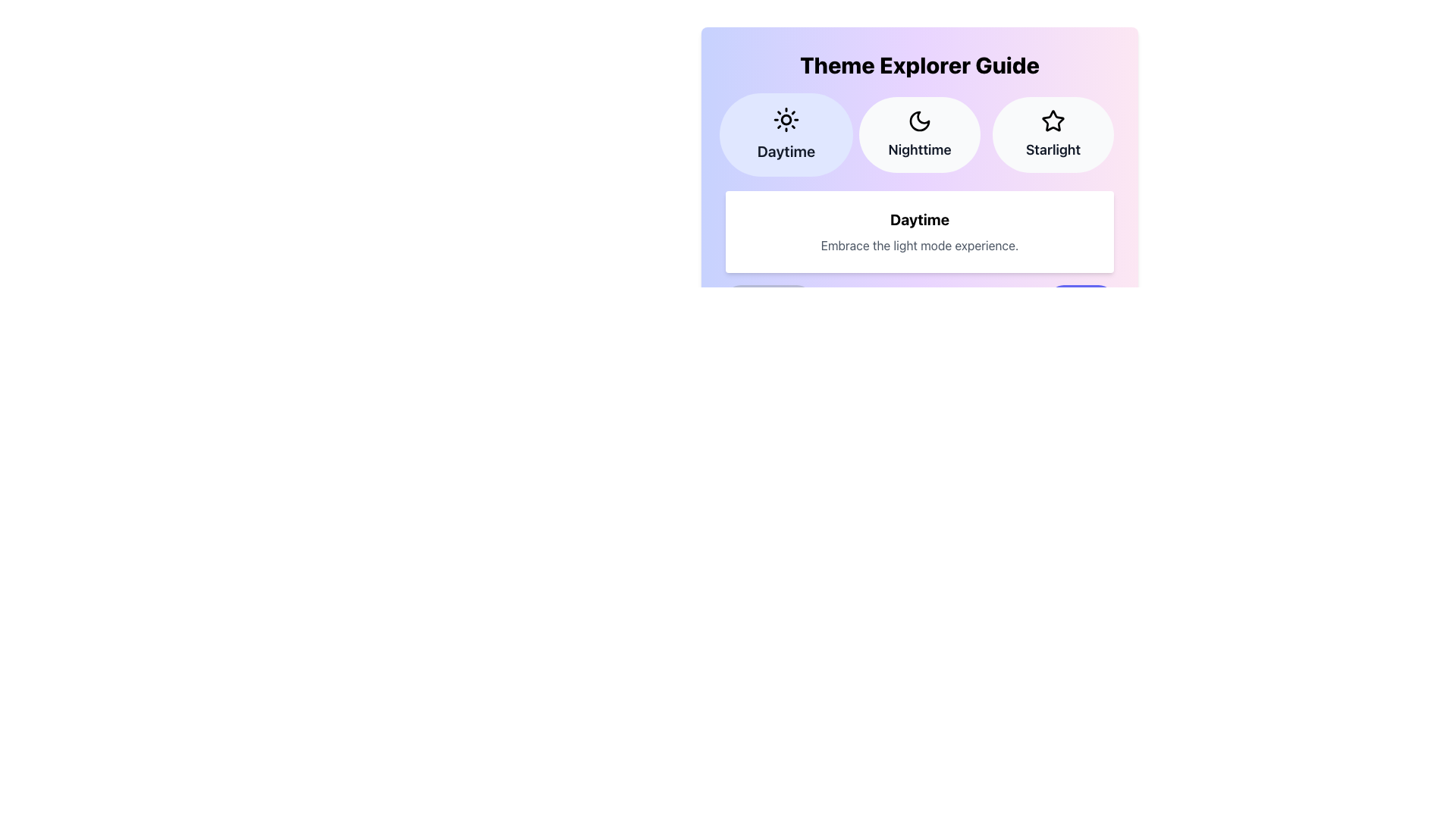 This screenshot has width=1456, height=819. Describe the element at coordinates (919, 219) in the screenshot. I see `header text 'Daytime' mode located within the white card at the upper middle region of the interface to understand its significance` at that location.